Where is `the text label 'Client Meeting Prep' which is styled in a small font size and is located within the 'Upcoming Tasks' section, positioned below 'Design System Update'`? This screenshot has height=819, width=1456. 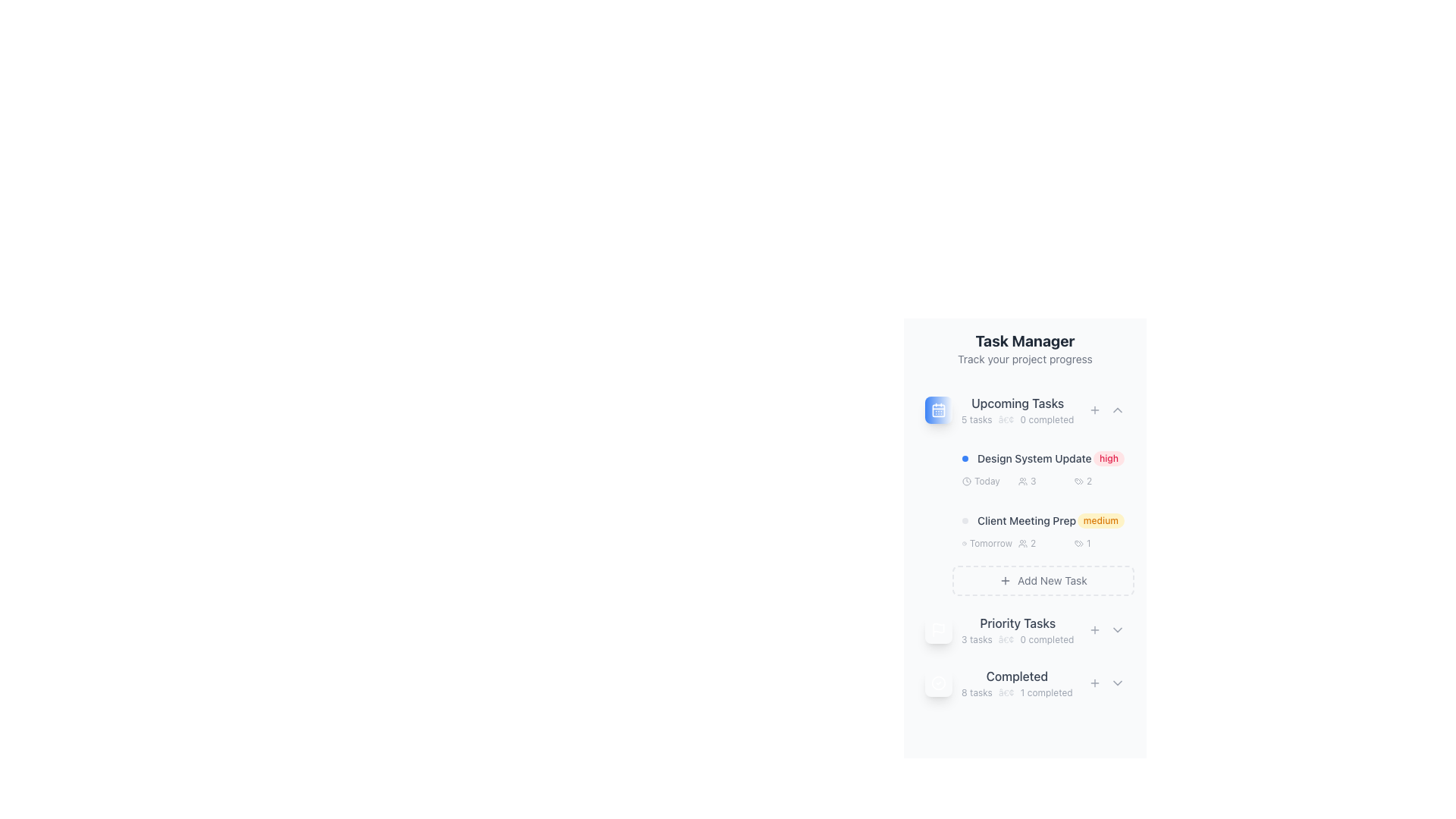
the text label 'Client Meeting Prep' which is styled in a small font size and is located within the 'Upcoming Tasks' section, positioned below 'Design System Update' is located at coordinates (1026, 519).